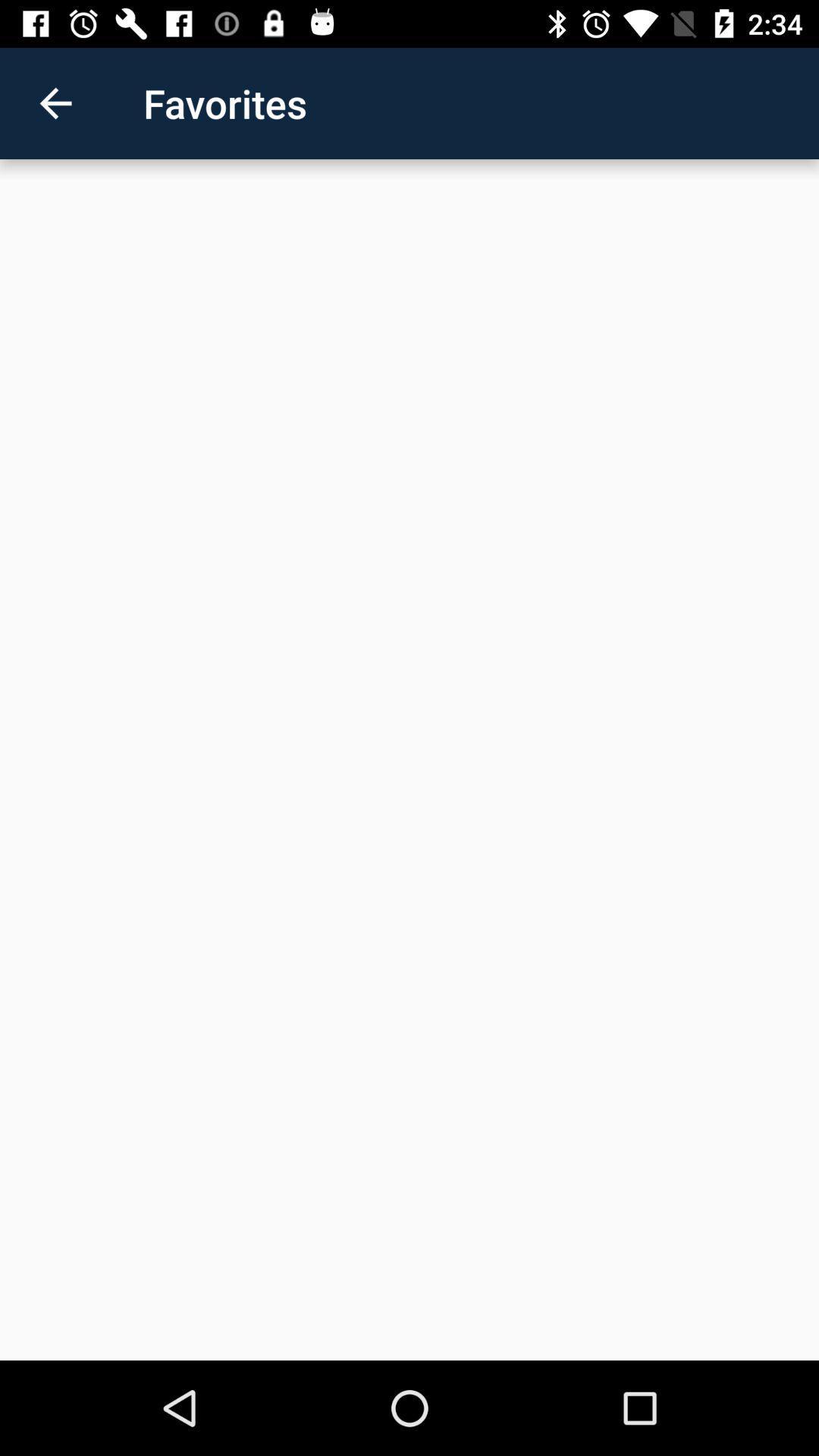 The height and width of the screenshot is (1456, 819). What do you see at coordinates (55, 102) in the screenshot?
I see `the app to the left of the favorites app` at bounding box center [55, 102].